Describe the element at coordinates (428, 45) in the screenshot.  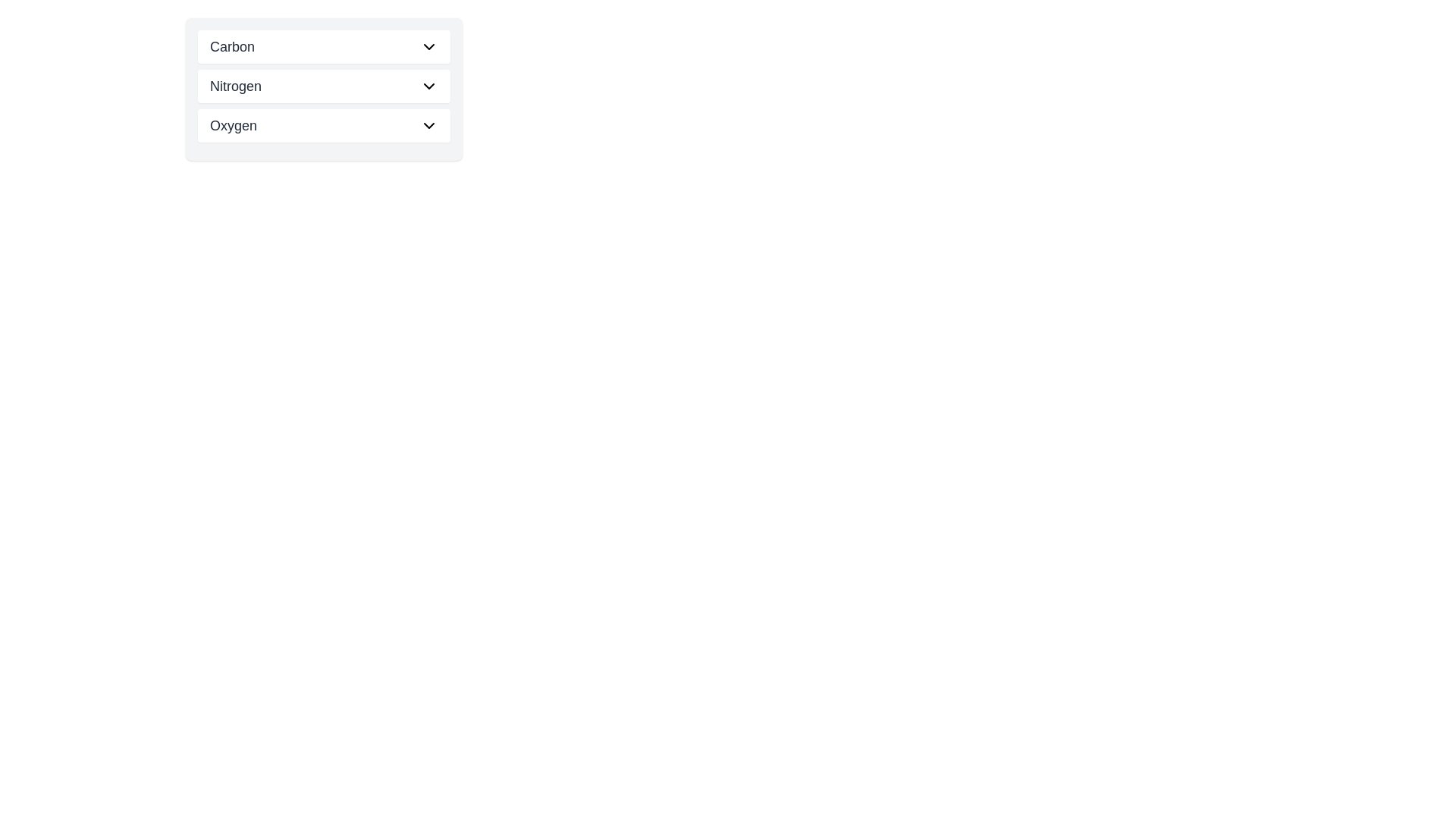
I see `the downward-facing chevron icon located to the right of the label 'Carbon'` at that location.